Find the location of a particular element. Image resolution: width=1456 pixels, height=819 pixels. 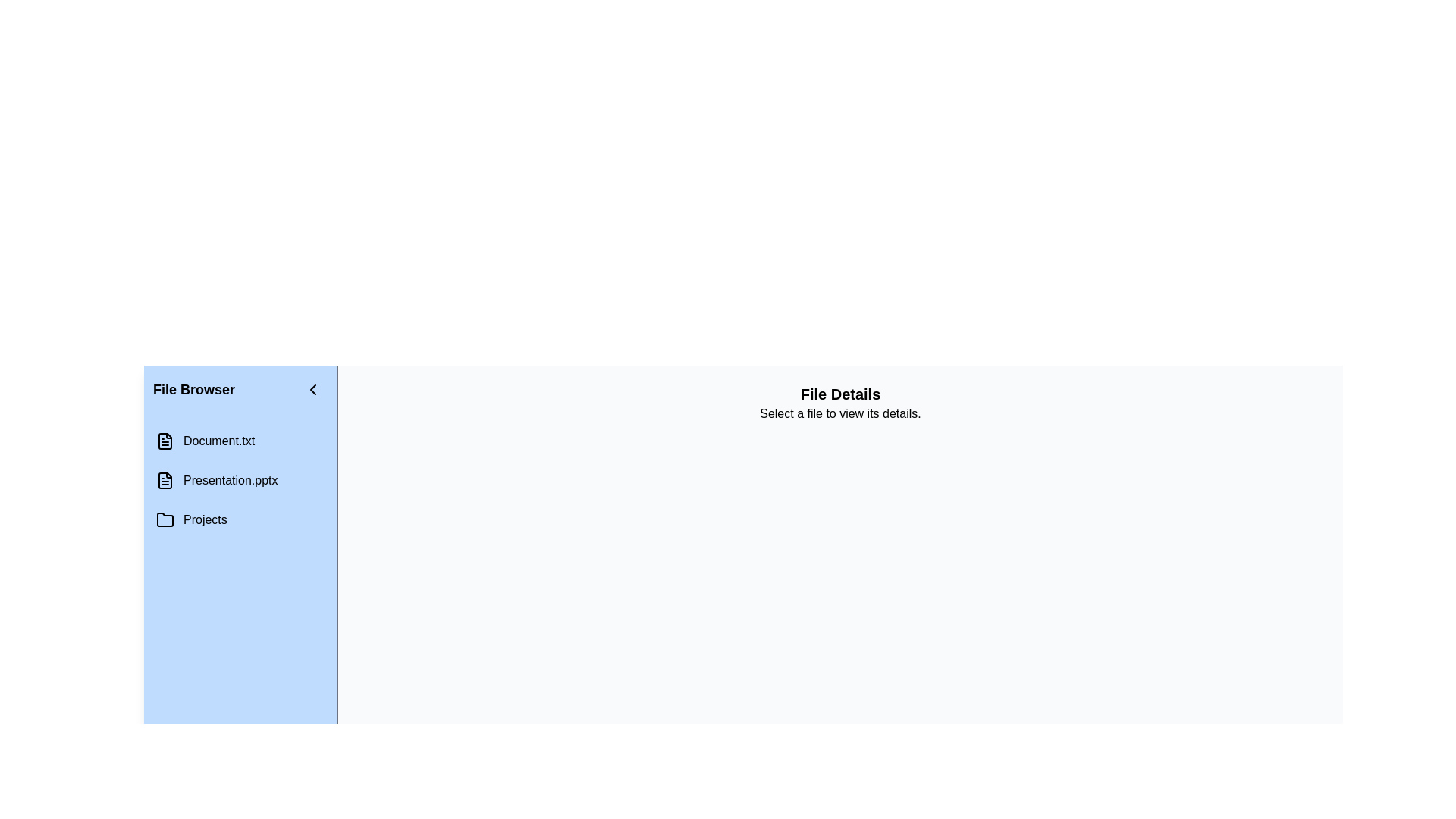

the 'Projects' text label located in the left sidebar under 'File Browser' to interact with the folder it represents is located at coordinates (204, 519).